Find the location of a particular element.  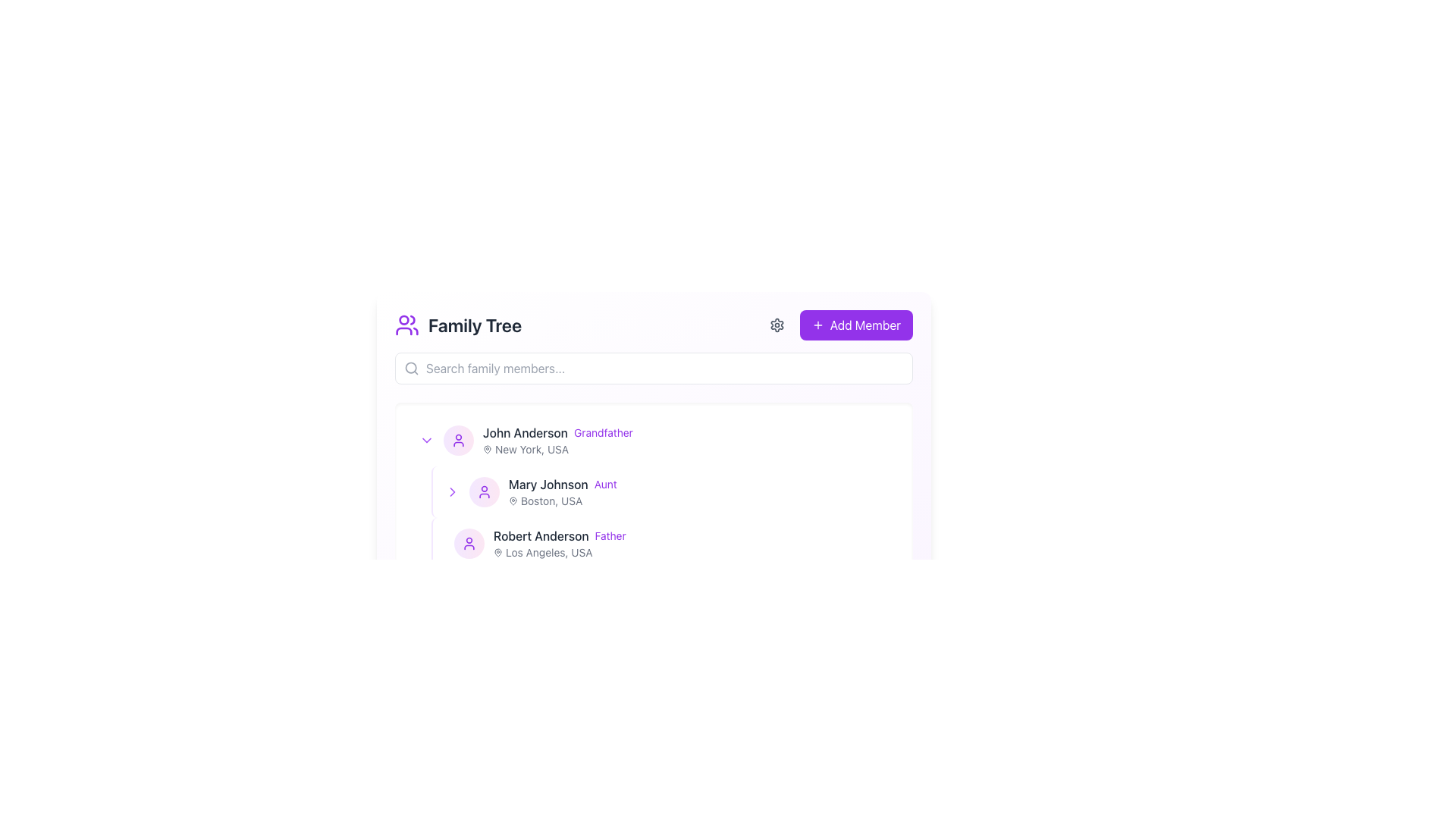

the card element representing 'Robert Anderson', the Father located in Los Angeles, USA is located at coordinates (666, 543).